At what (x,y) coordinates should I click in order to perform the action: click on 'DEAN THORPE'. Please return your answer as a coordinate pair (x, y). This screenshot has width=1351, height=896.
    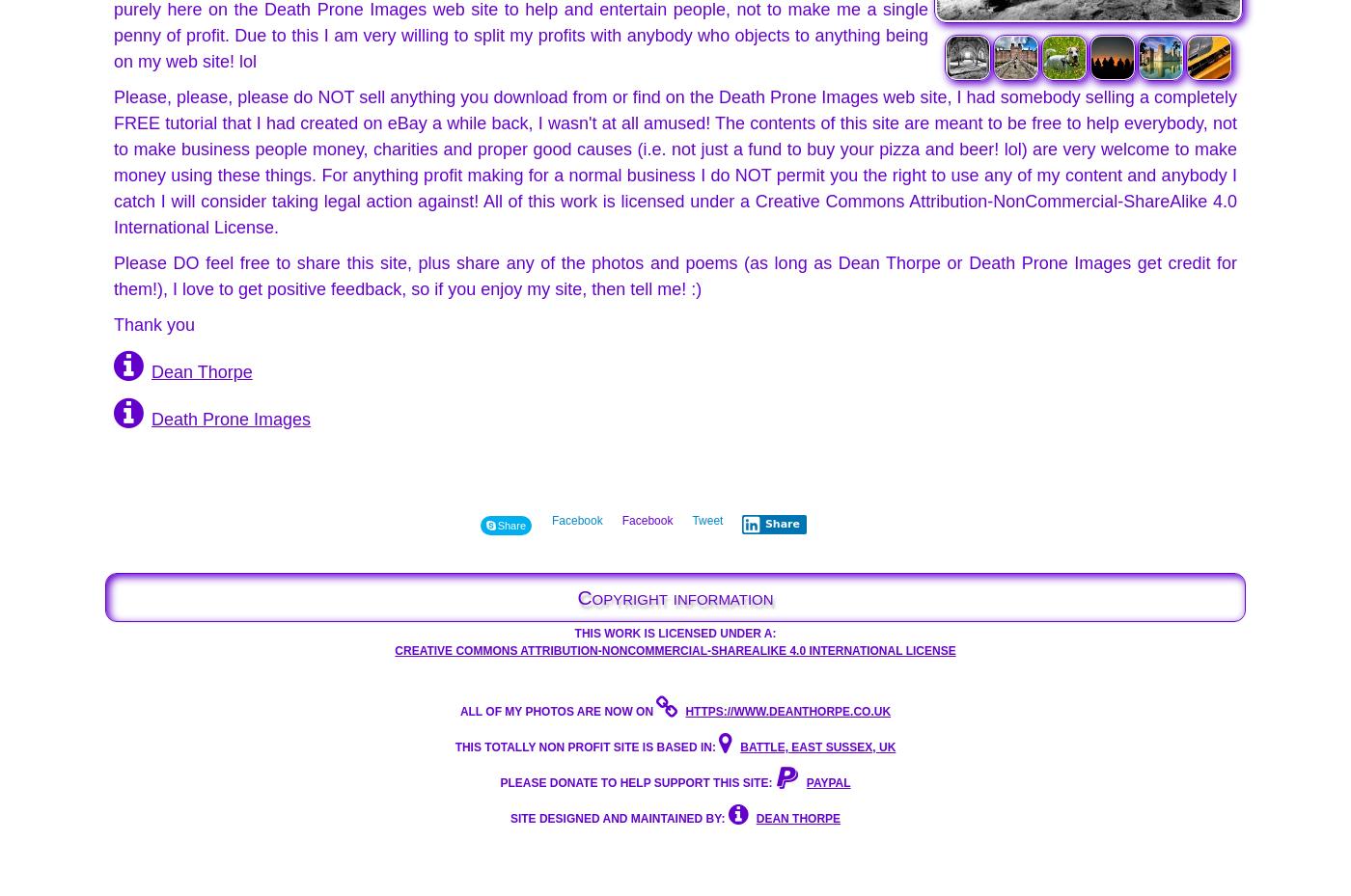
    Looking at the image, I should click on (797, 819).